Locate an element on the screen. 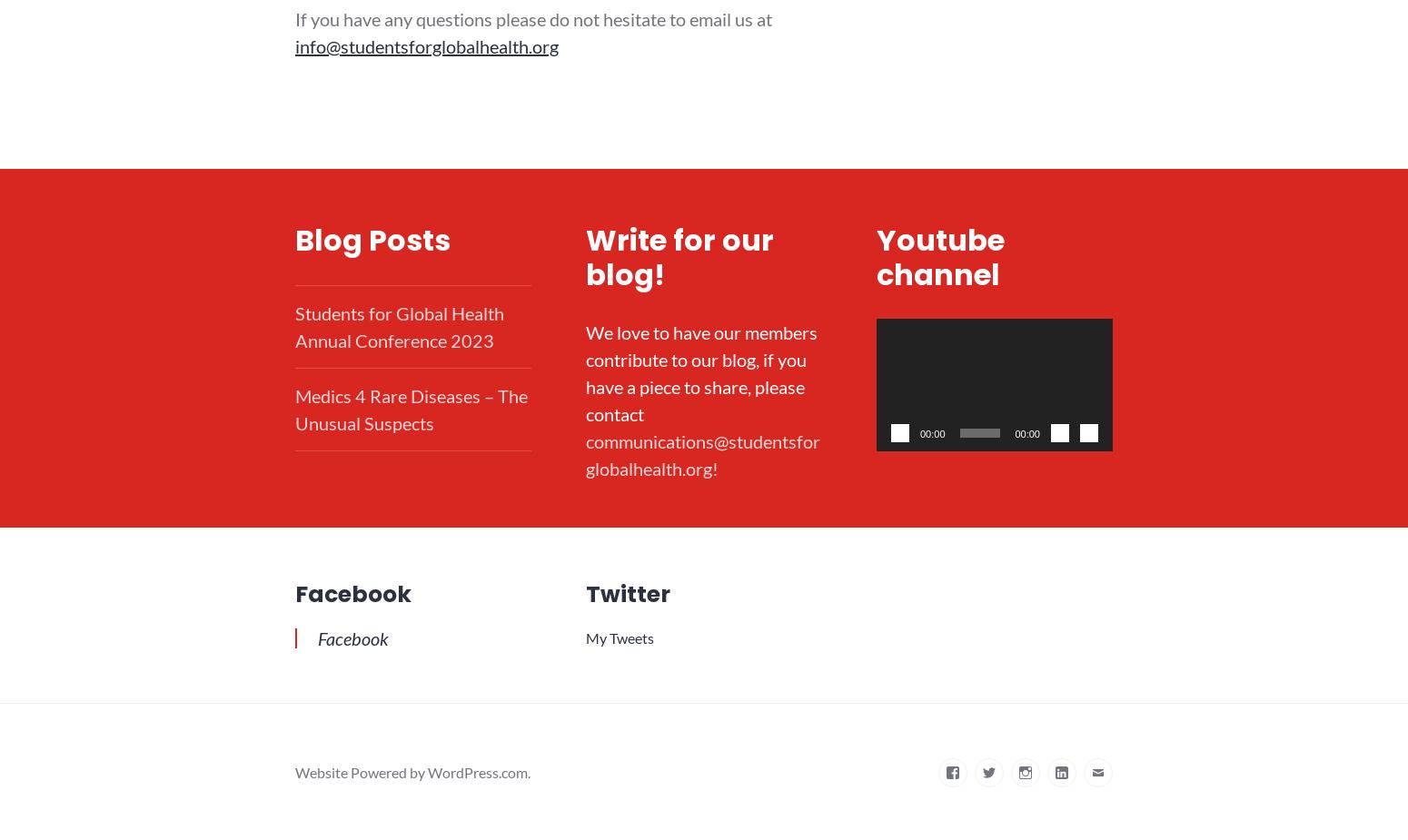  'Write for our blog!' is located at coordinates (679, 255).